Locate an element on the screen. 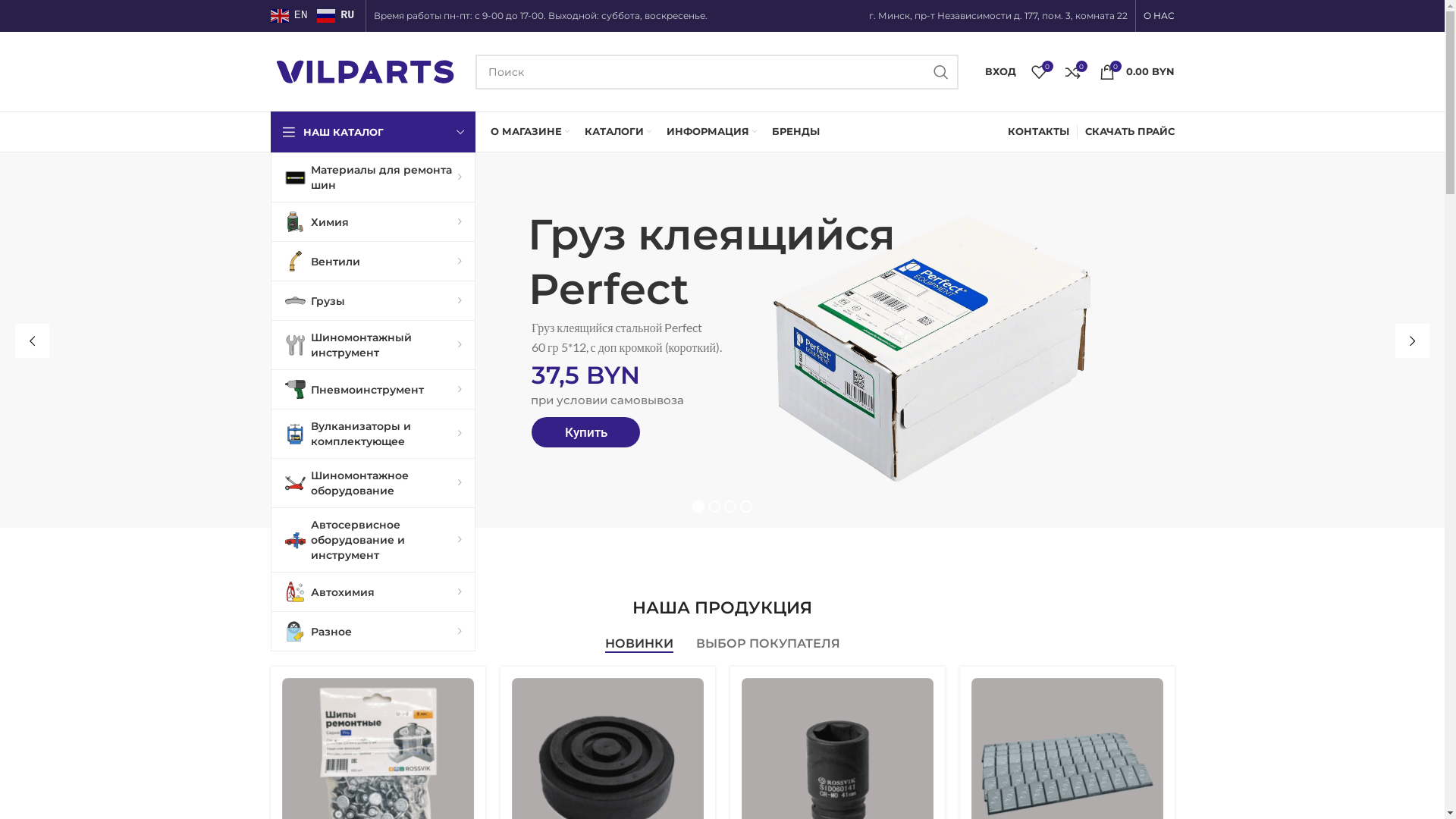 The image size is (1456, 819). 'RU' is located at coordinates (337, 15).